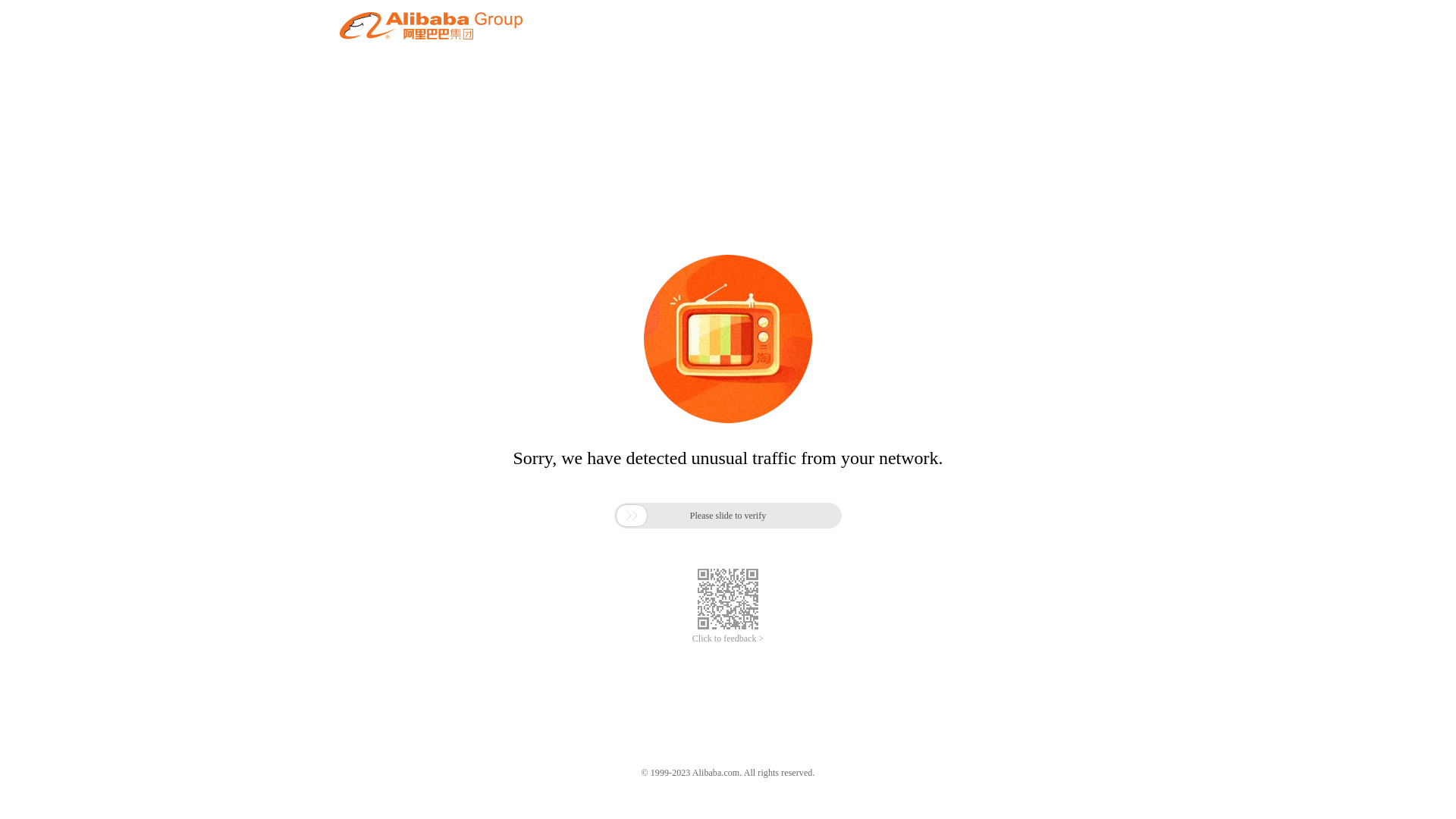 The width and height of the screenshot is (1456, 819). What do you see at coordinates (728, 639) in the screenshot?
I see `'Click to feedback >'` at bounding box center [728, 639].